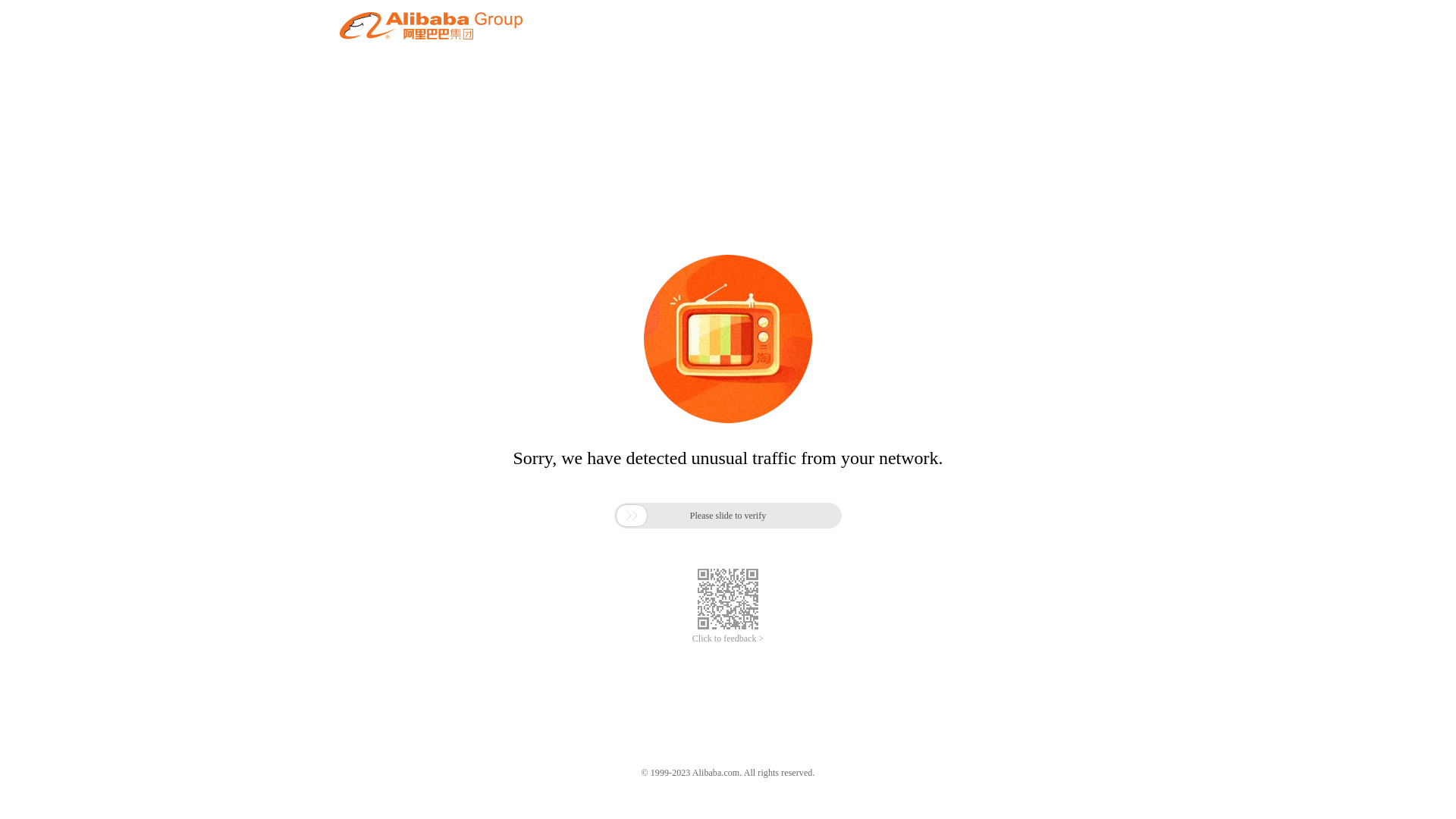 The width and height of the screenshot is (1456, 819). What do you see at coordinates (728, 639) in the screenshot?
I see `'Click to feedback >'` at bounding box center [728, 639].